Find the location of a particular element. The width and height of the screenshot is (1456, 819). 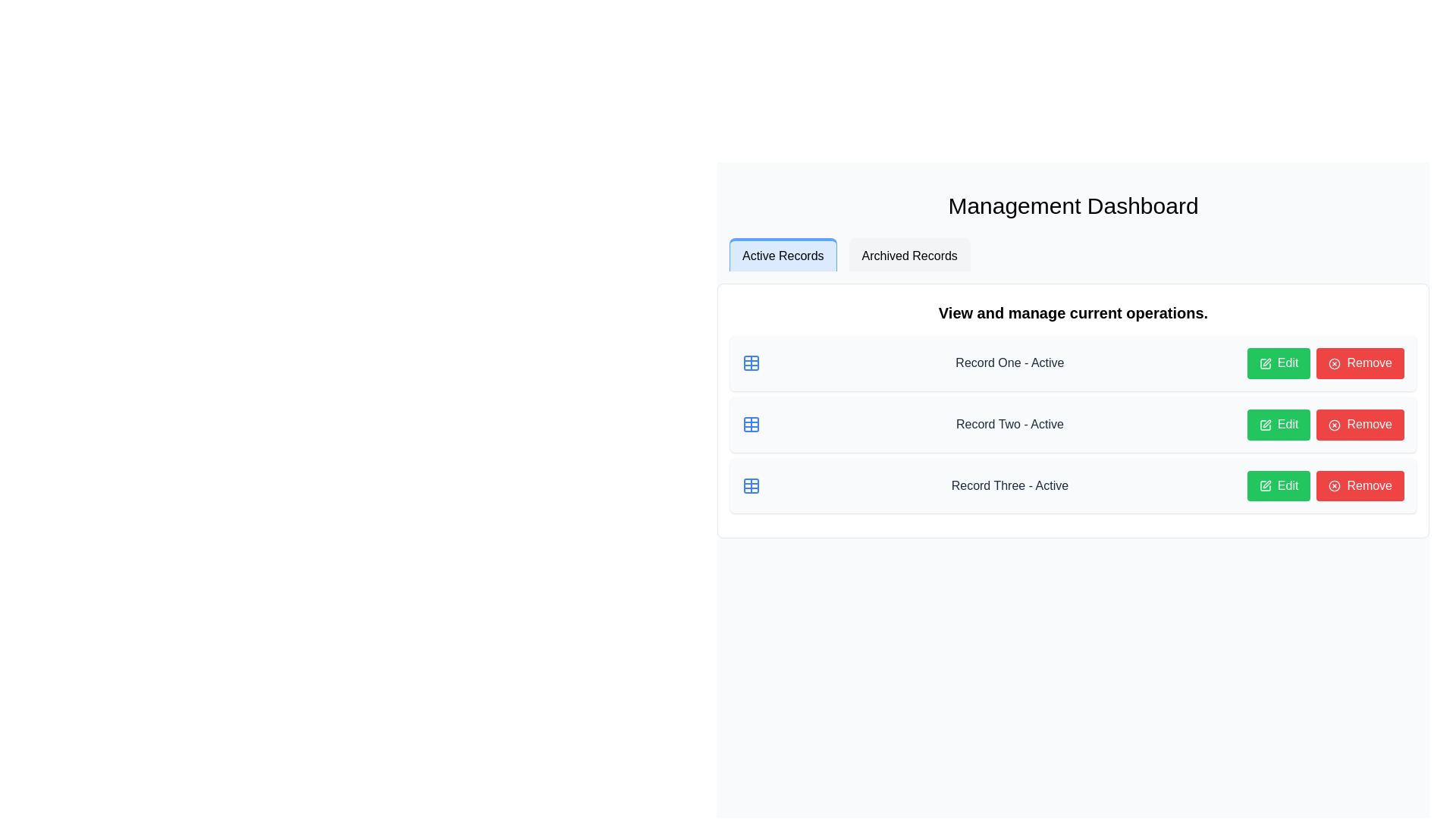

'Remove' icon element located inside the 'Remove' button, positioned left of the 'Remove' label for 'Record Two - Active', using developer tools is located at coordinates (1335, 425).